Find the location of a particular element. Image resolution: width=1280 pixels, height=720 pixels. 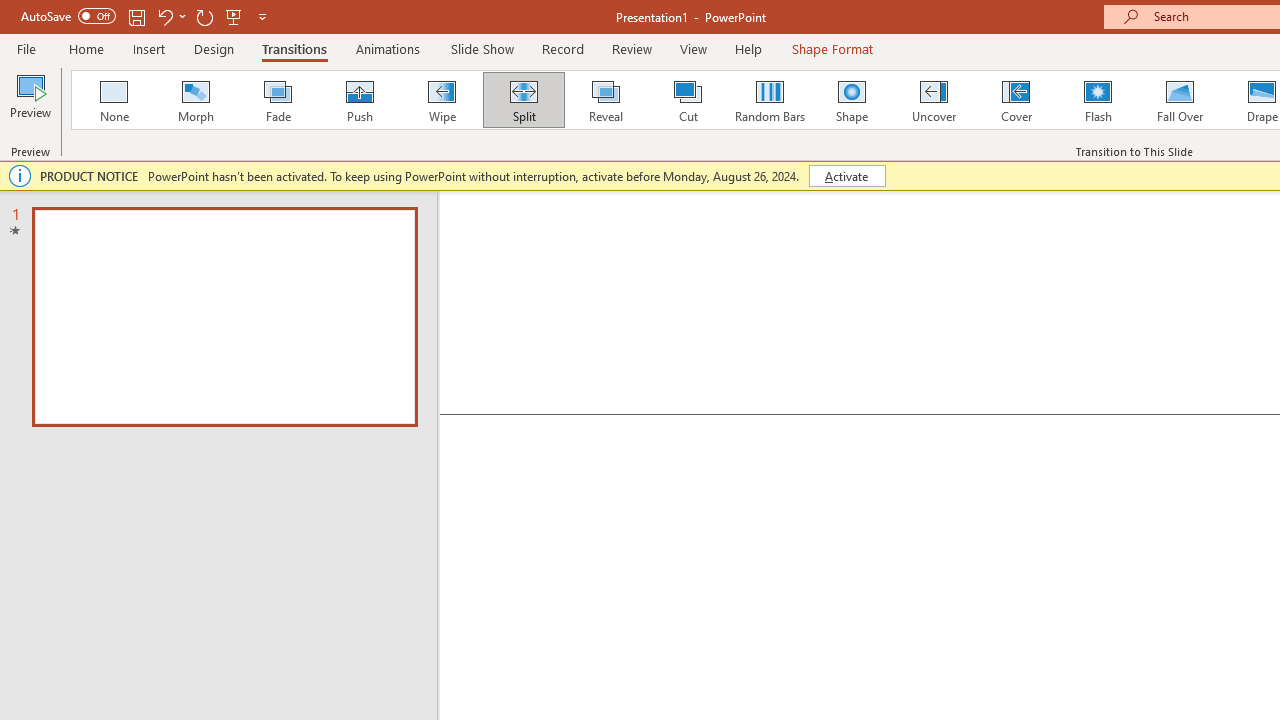

'Flash' is located at coordinates (1097, 100).